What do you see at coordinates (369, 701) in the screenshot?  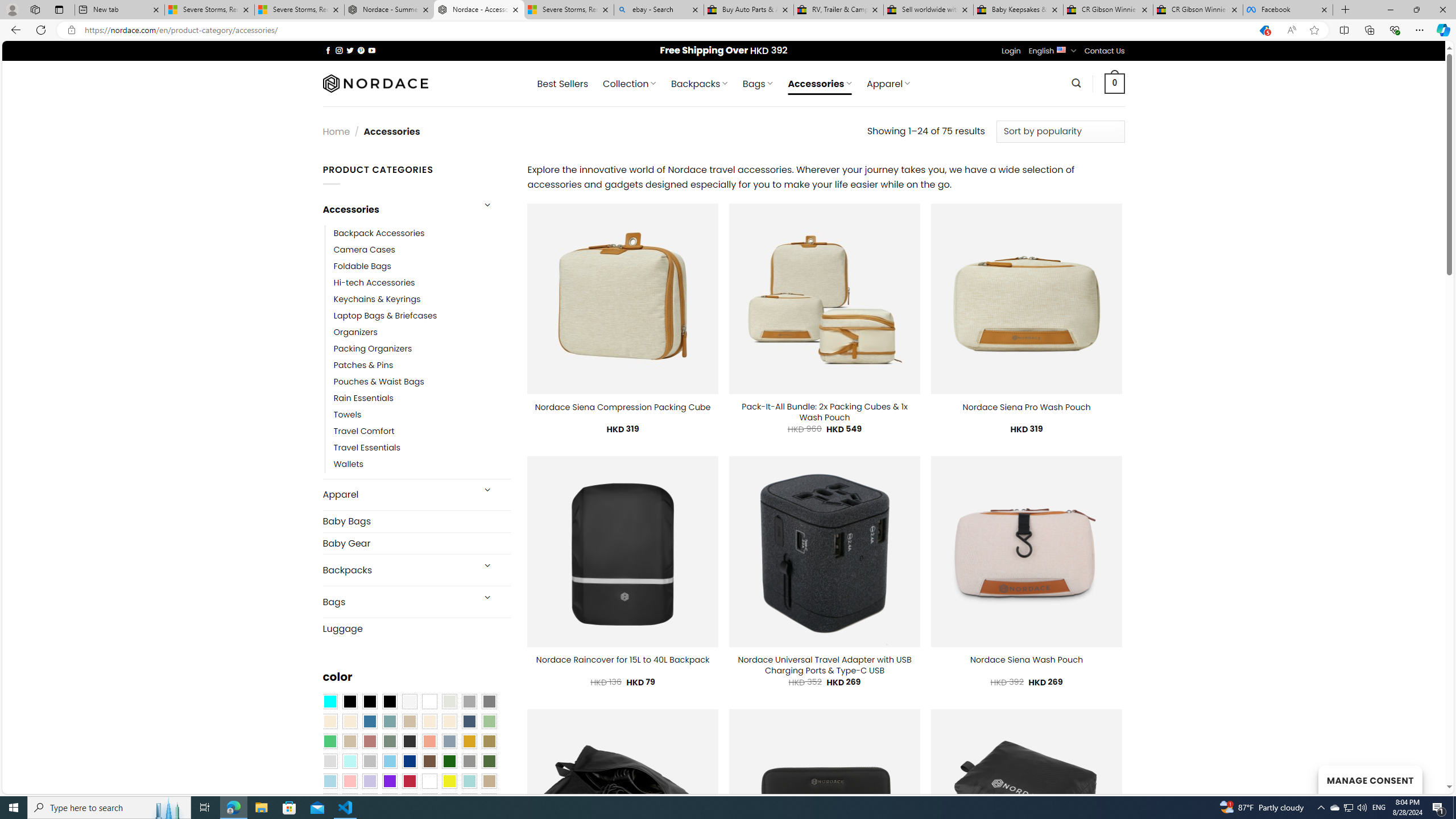 I see `'Black'` at bounding box center [369, 701].